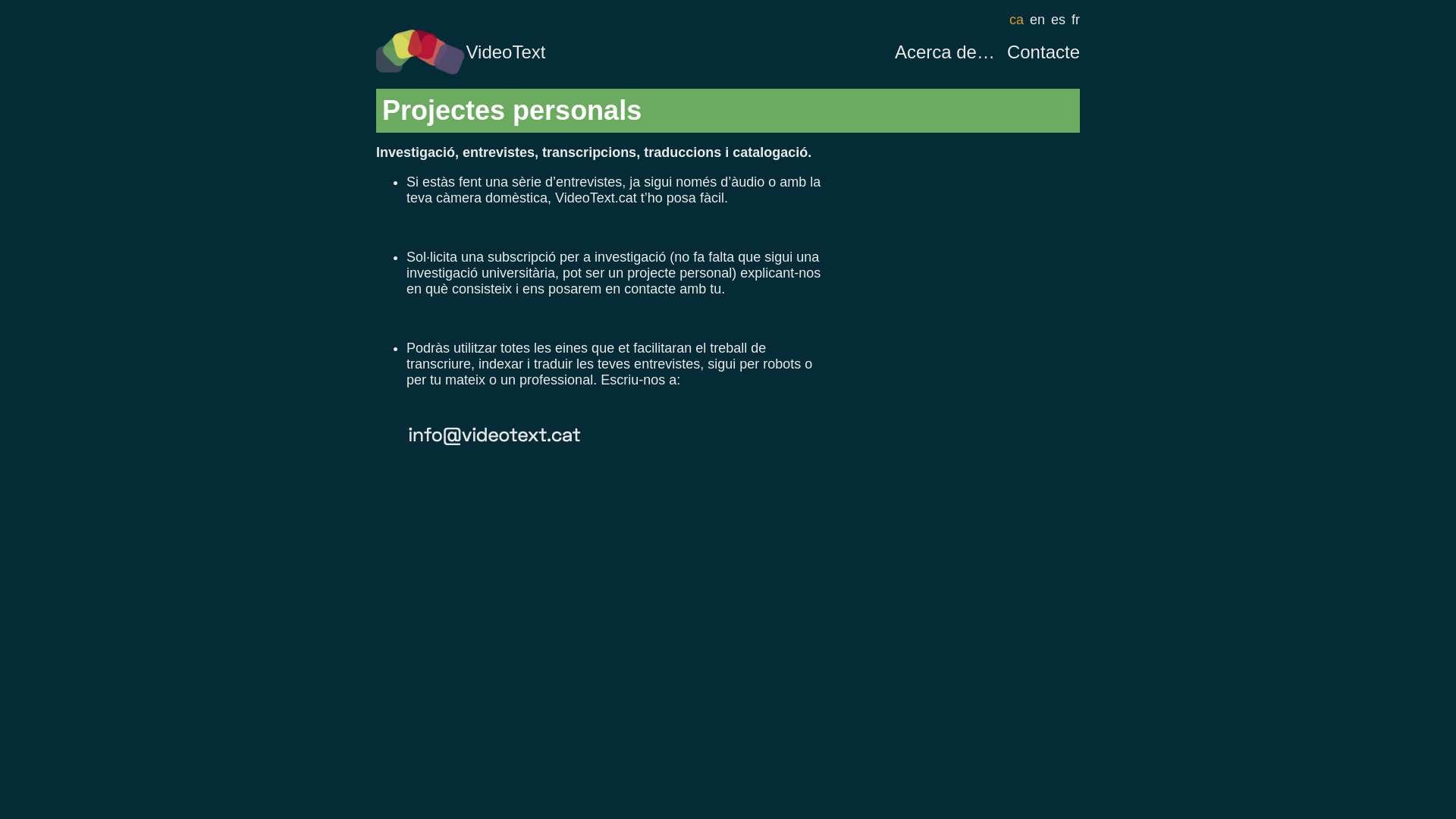 The width and height of the screenshot is (1456, 819). Describe the element at coordinates (460, 52) in the screenshot. I see `'VideoText'` at that location.